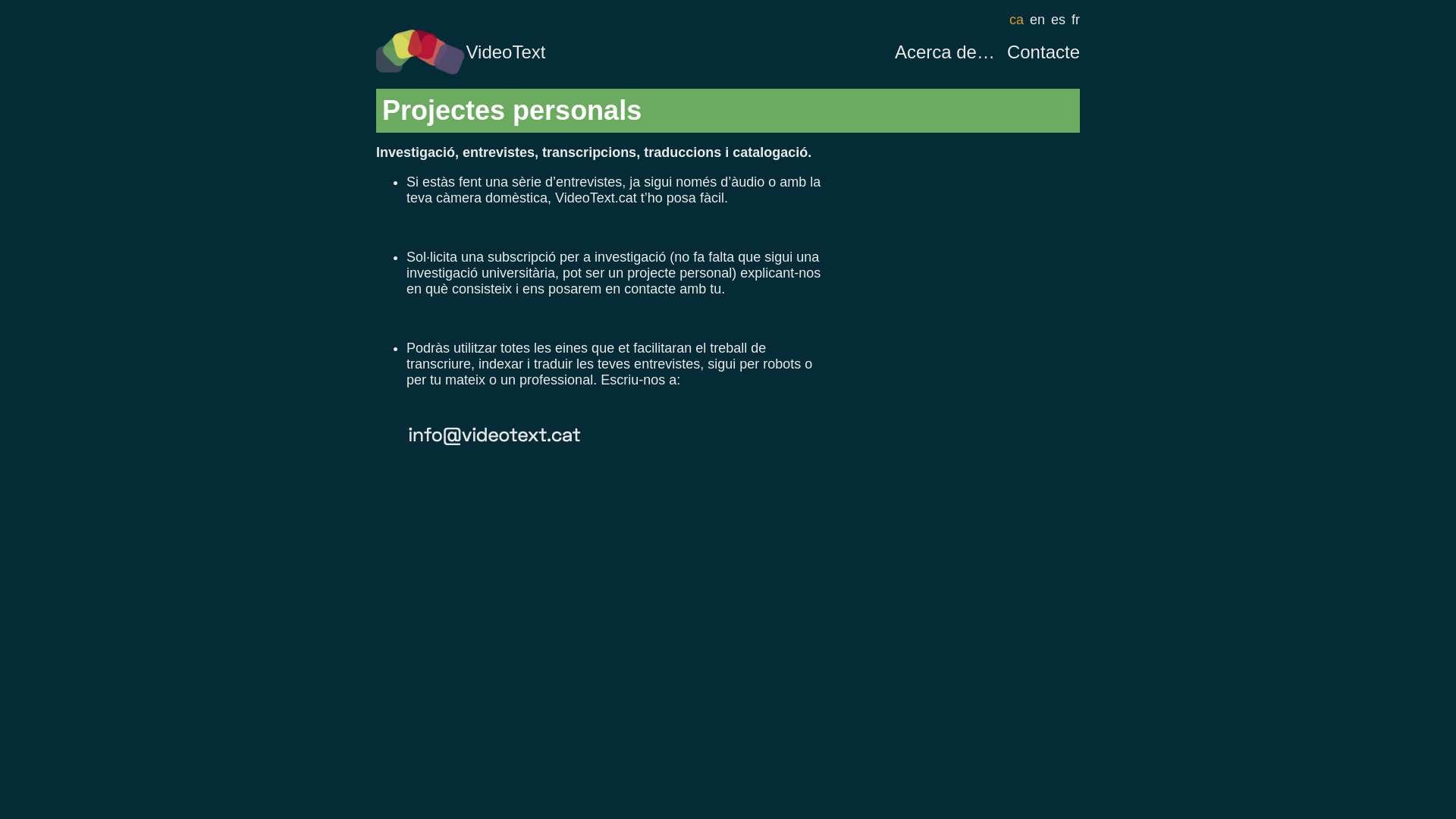 The width and height of the screenshot is (1456, 819). Describe the element at coordinates (460, 52) in the screenshot. I see `'VideoText'` at that location.